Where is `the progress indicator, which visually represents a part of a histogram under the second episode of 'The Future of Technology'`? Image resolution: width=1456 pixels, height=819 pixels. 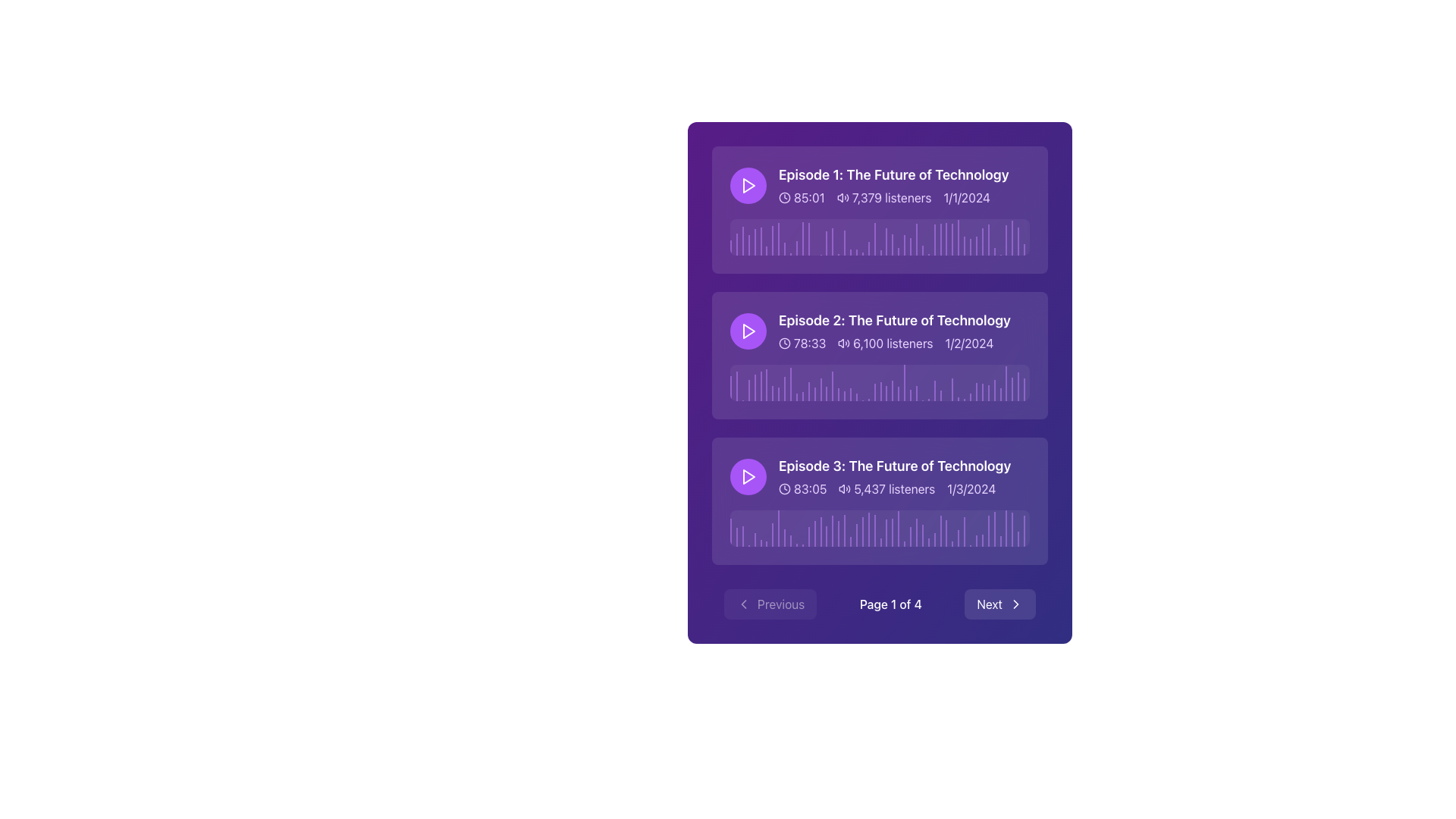 the progress indicator, which visually represents a part of a histogram under the second episode of 'The Future of Technology' is located at coordinates (915, 392).